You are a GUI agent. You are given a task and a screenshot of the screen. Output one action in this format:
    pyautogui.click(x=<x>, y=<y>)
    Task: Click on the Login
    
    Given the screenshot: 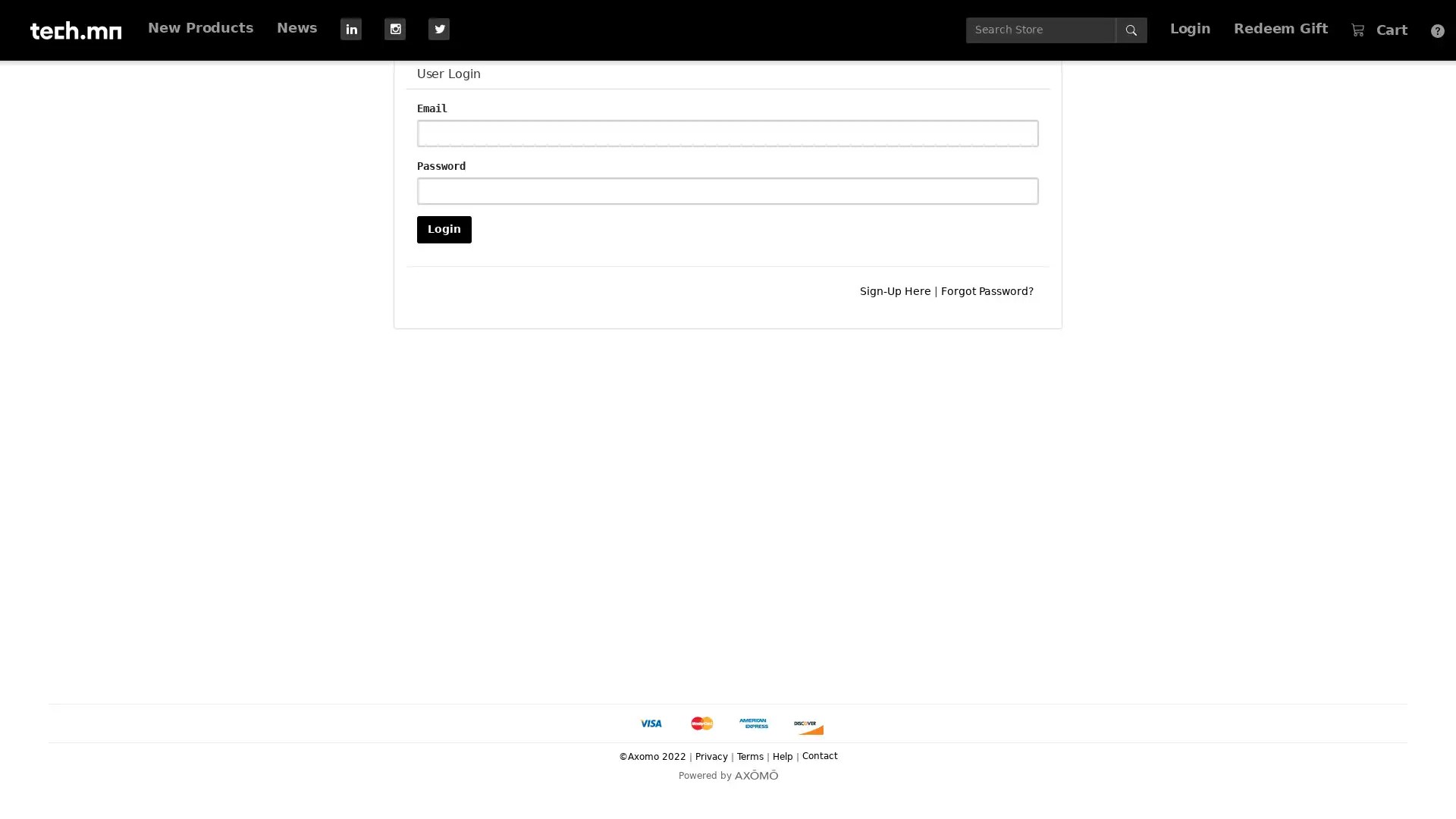 What is the action you would take?
    pyautogui.click(x=443, y=228)
    